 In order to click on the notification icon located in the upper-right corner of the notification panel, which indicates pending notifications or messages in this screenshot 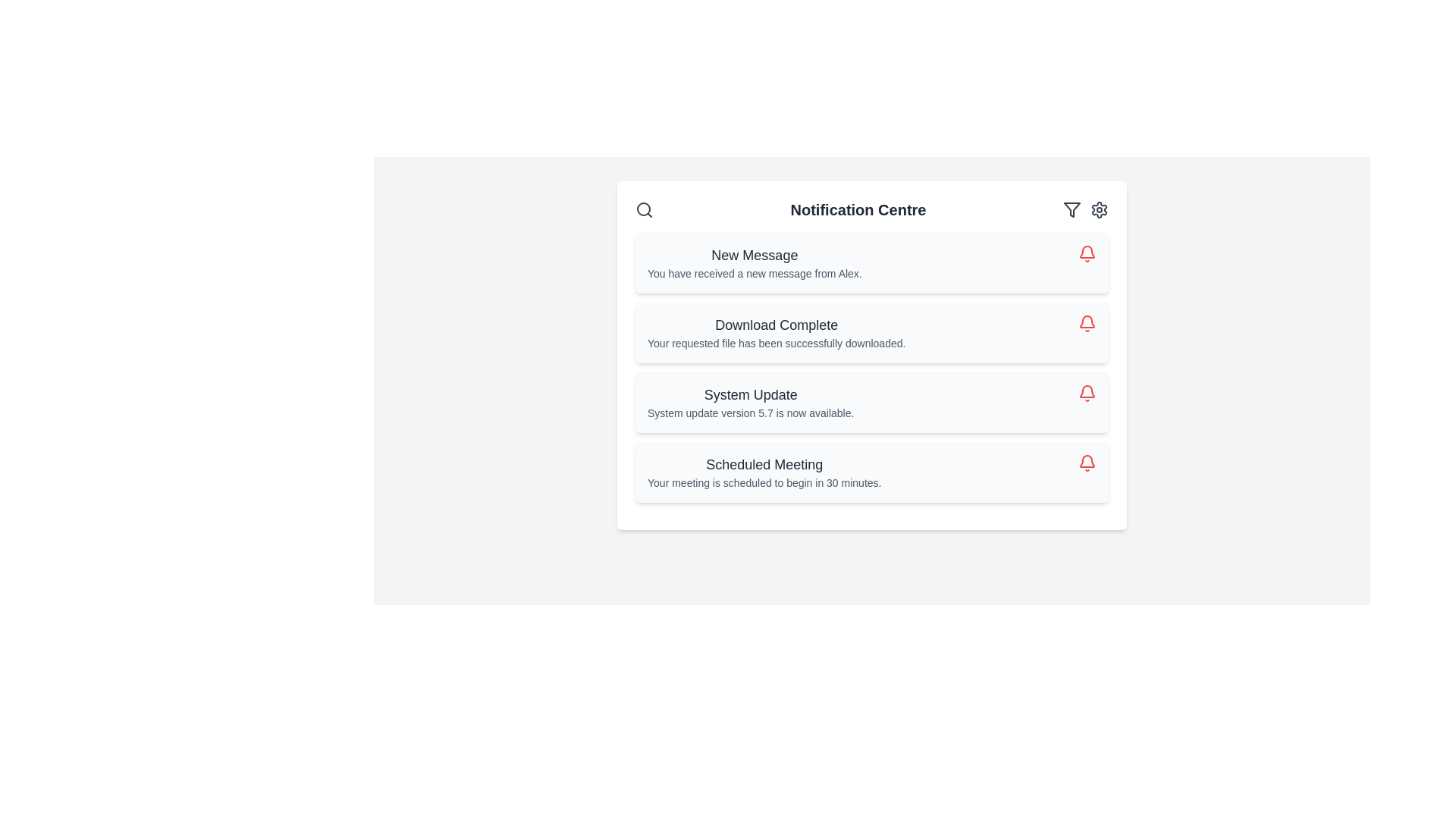, I will do `click(1087, 321)`.